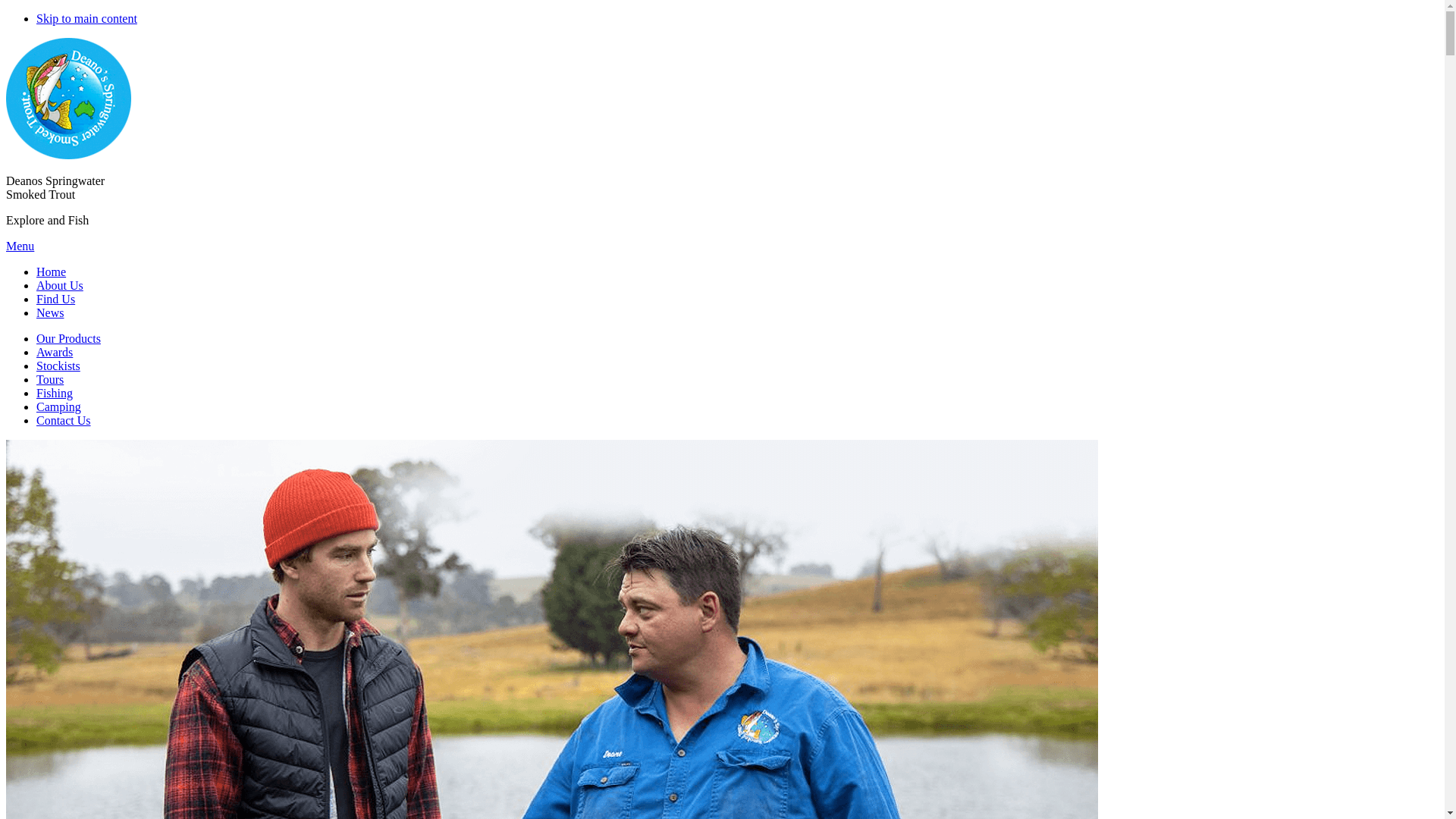 The image size is (1456, 819). What do you see at coordinates (51, 271) in the screenshot?
I see `'Home'` at bounding box center [51, 271].